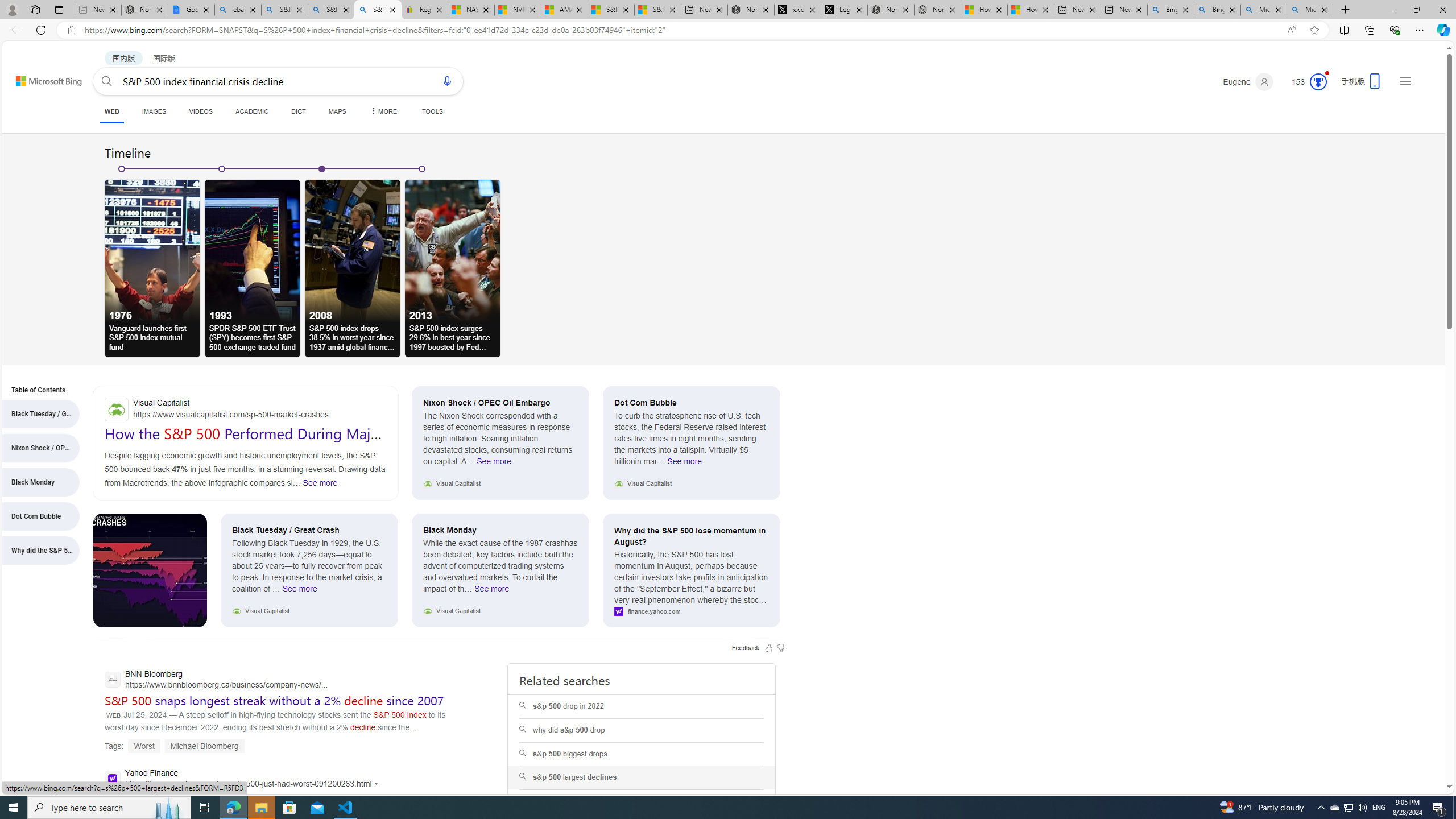  I want to click on 'Microsoft Bing Timeline - Search', so click(1309, 9).